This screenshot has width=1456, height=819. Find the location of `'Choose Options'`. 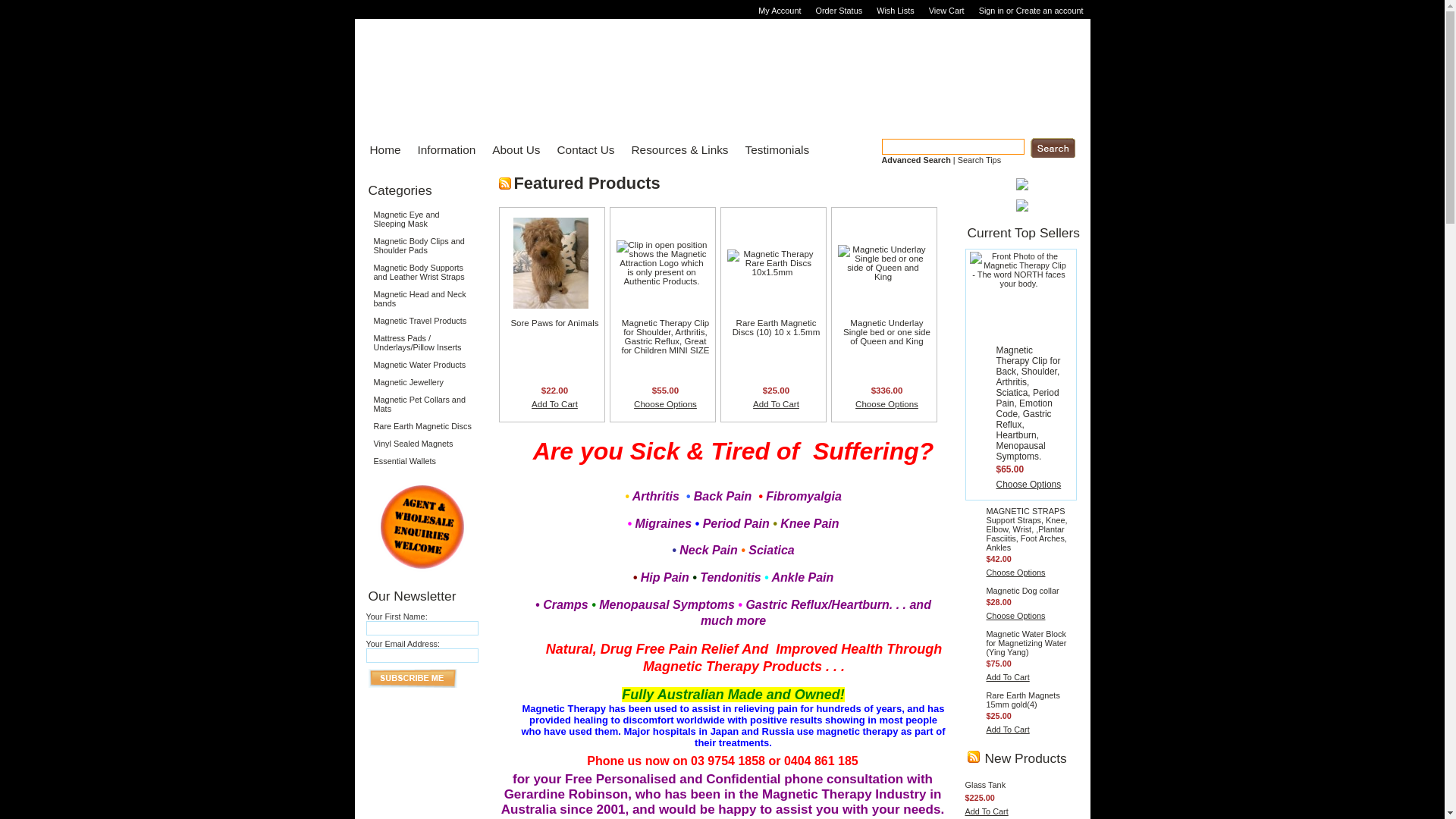

'Choose Options' is located at coordinates (1015, 573).